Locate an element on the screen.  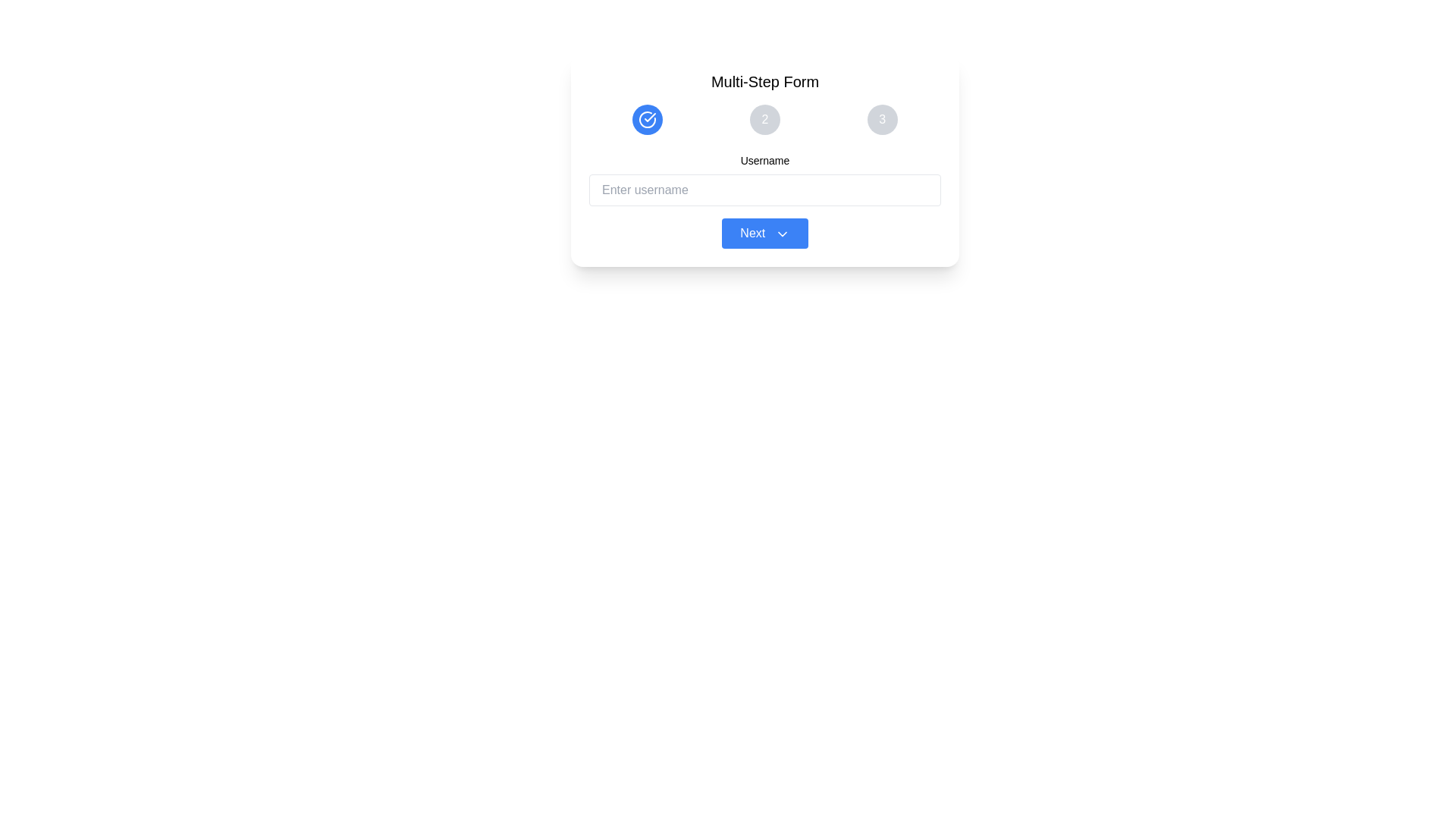
the Icon within the circular progress indicator that marks the completion of the first step in the sequential process is located at coordinates (650, 116).